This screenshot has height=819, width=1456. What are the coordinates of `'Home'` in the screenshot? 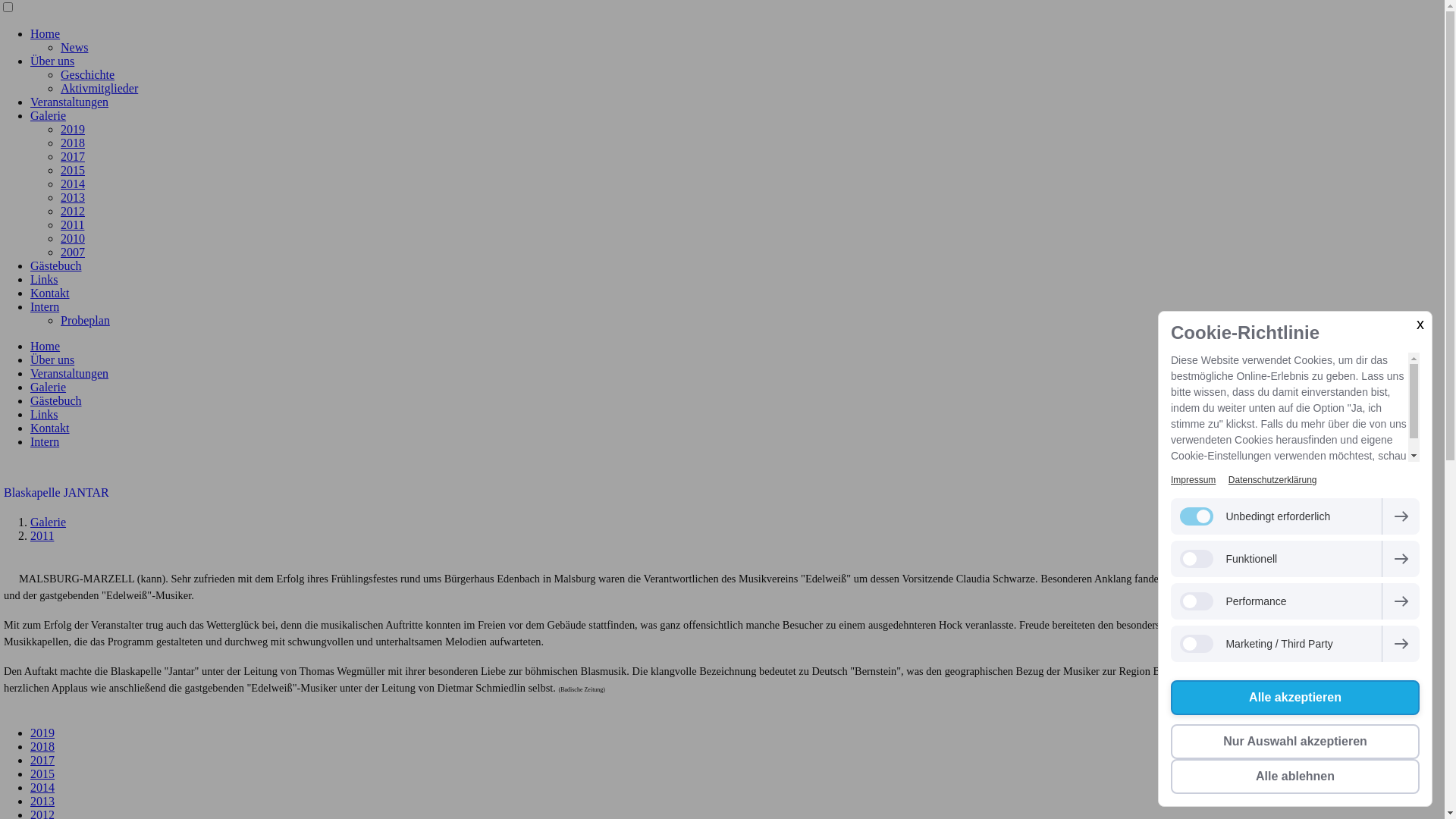 It's located at (45, 346).